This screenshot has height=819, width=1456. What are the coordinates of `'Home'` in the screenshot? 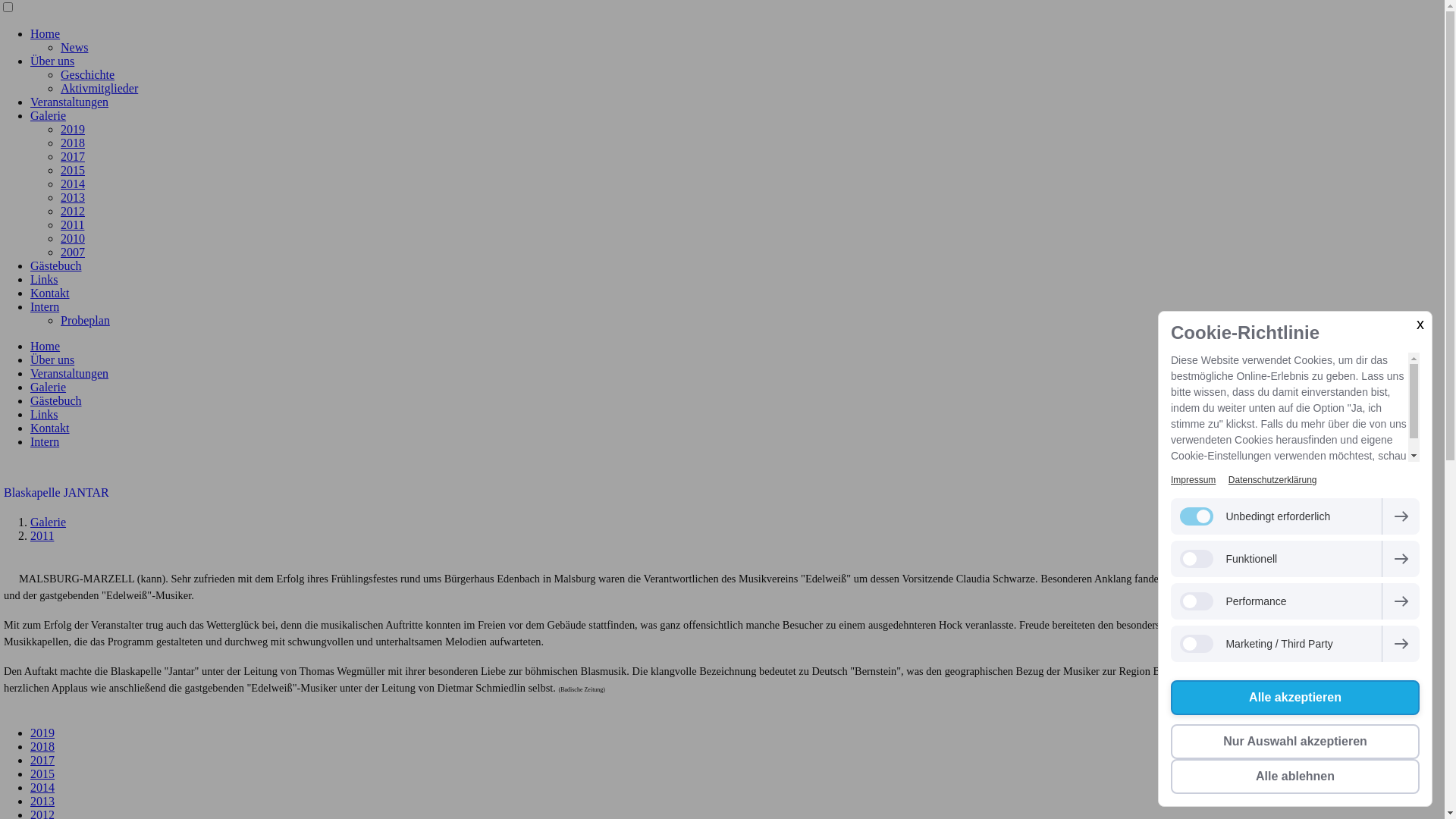 It's located at (45, 346).